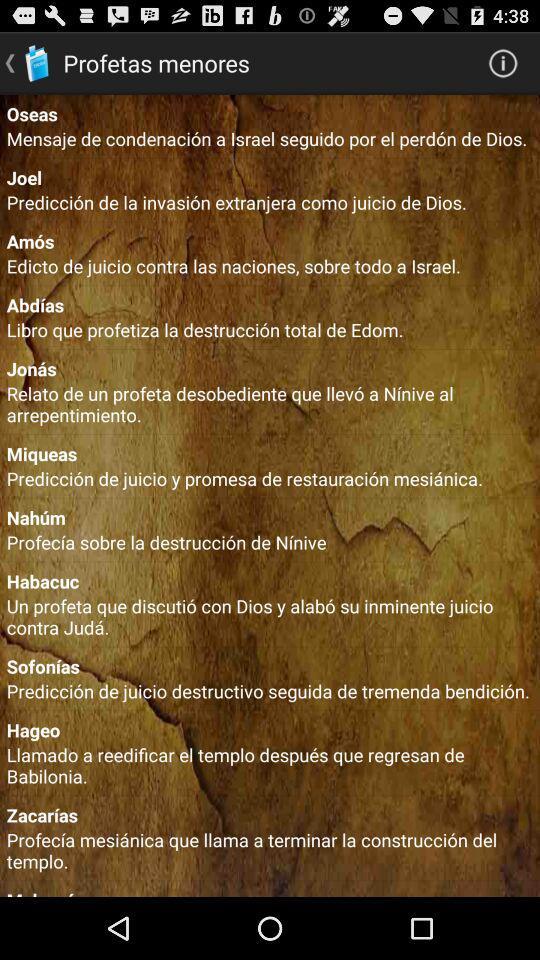 This screenshot has width=540, height=960. What do you see at coordinates (270, 581) in the screenshot?
I see `app above the un profeta que` at bounding box center [270, 581].